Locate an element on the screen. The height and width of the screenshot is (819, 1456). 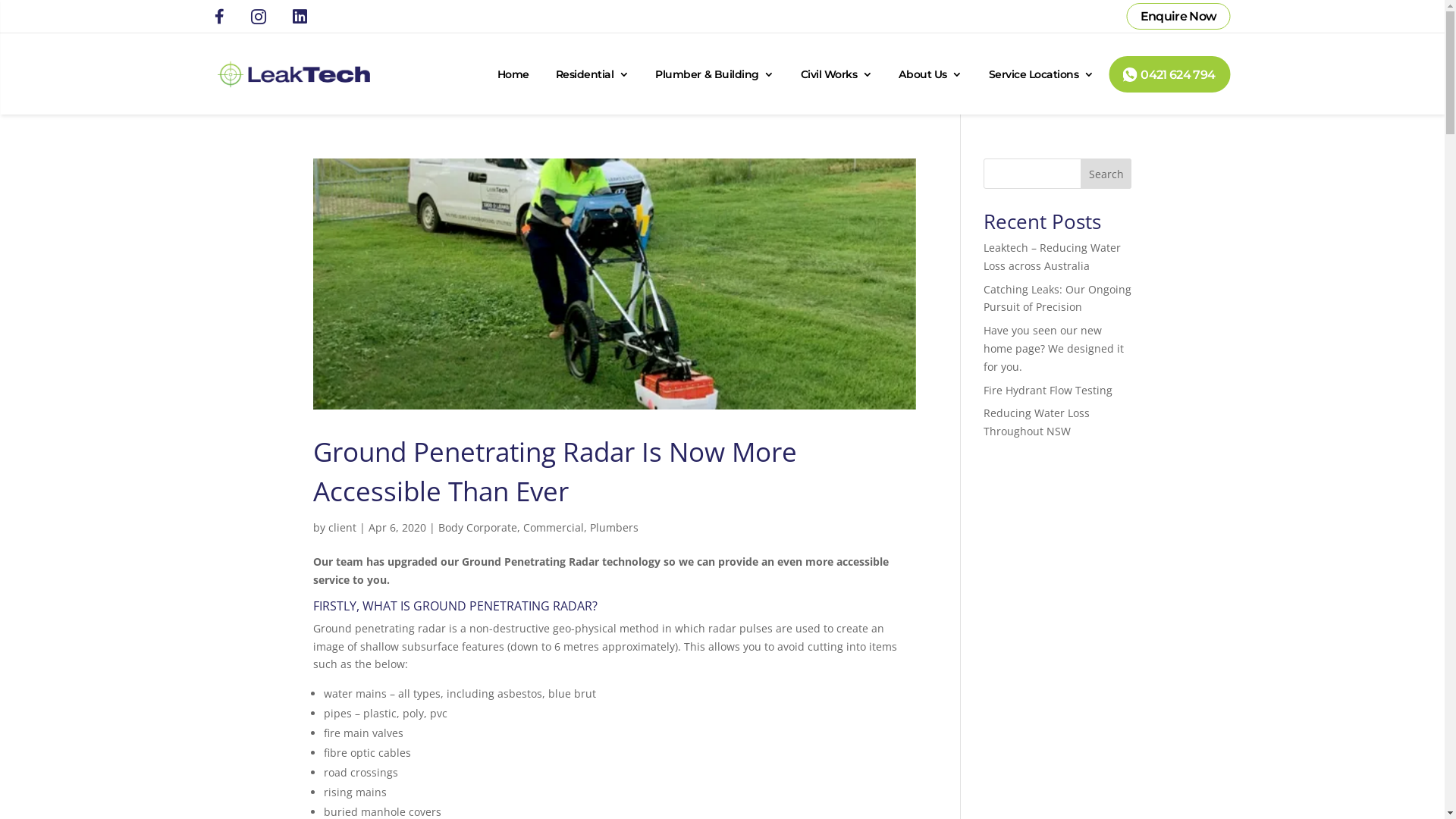
'Plumbers' is located at coordinates (614, 526).